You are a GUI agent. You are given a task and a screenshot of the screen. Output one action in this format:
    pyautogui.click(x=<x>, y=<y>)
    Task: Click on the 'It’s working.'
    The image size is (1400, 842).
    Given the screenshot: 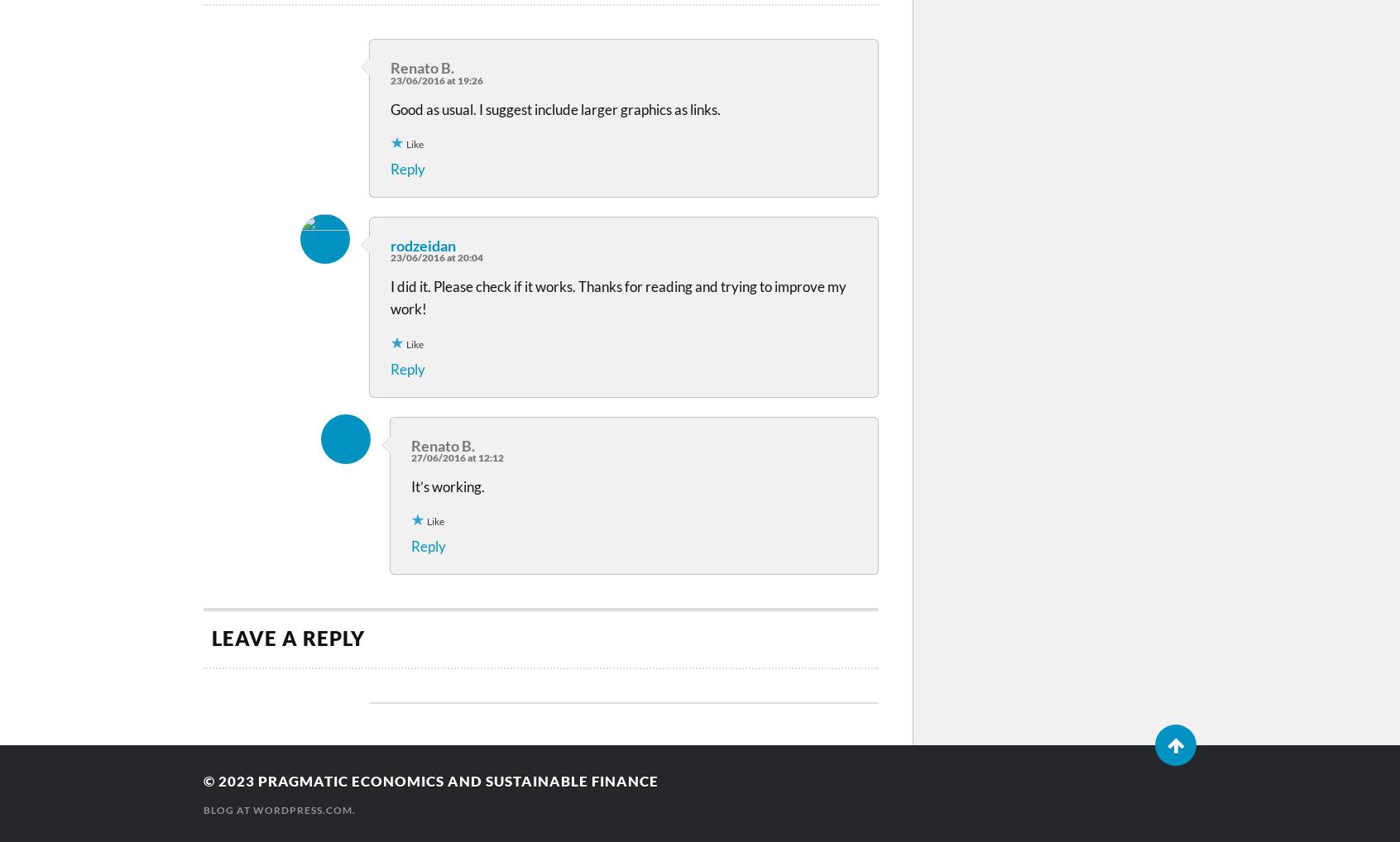 What is the action you would take?
    pyautogui.click(x=448, y=486)
    